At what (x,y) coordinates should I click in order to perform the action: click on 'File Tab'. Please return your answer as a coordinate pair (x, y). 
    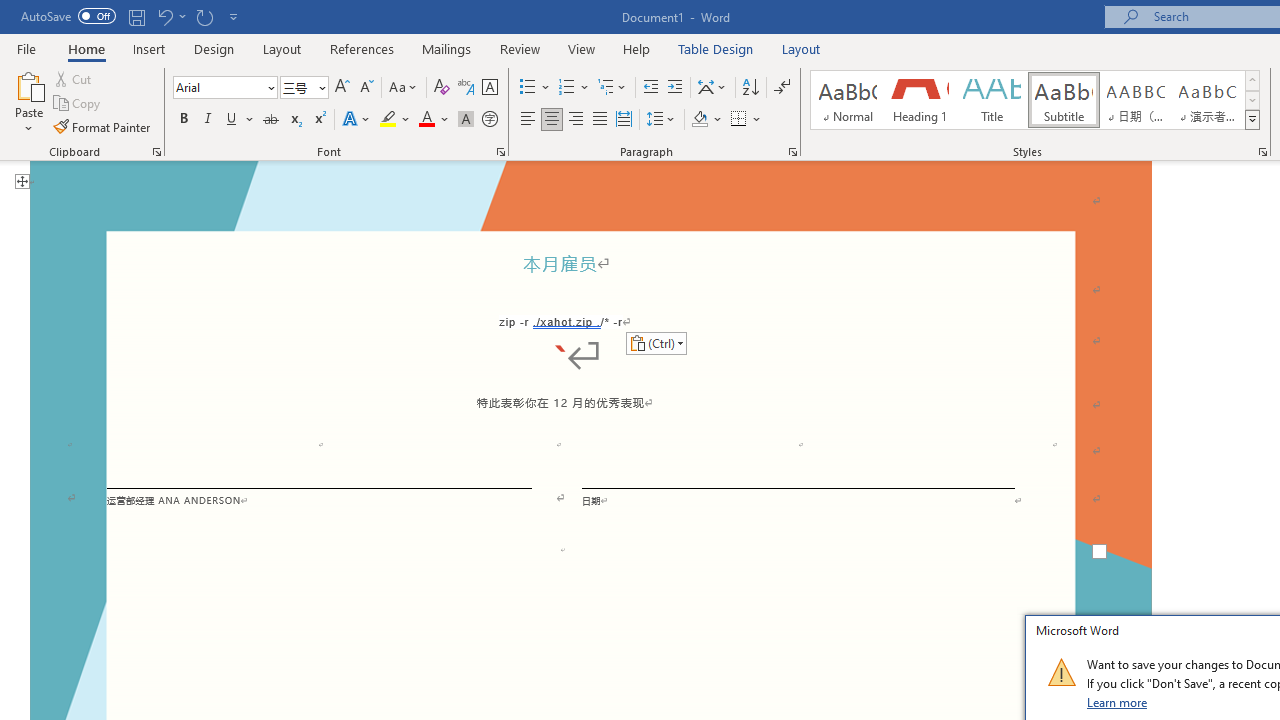
    Looking at the image, I should click on (26, 47).